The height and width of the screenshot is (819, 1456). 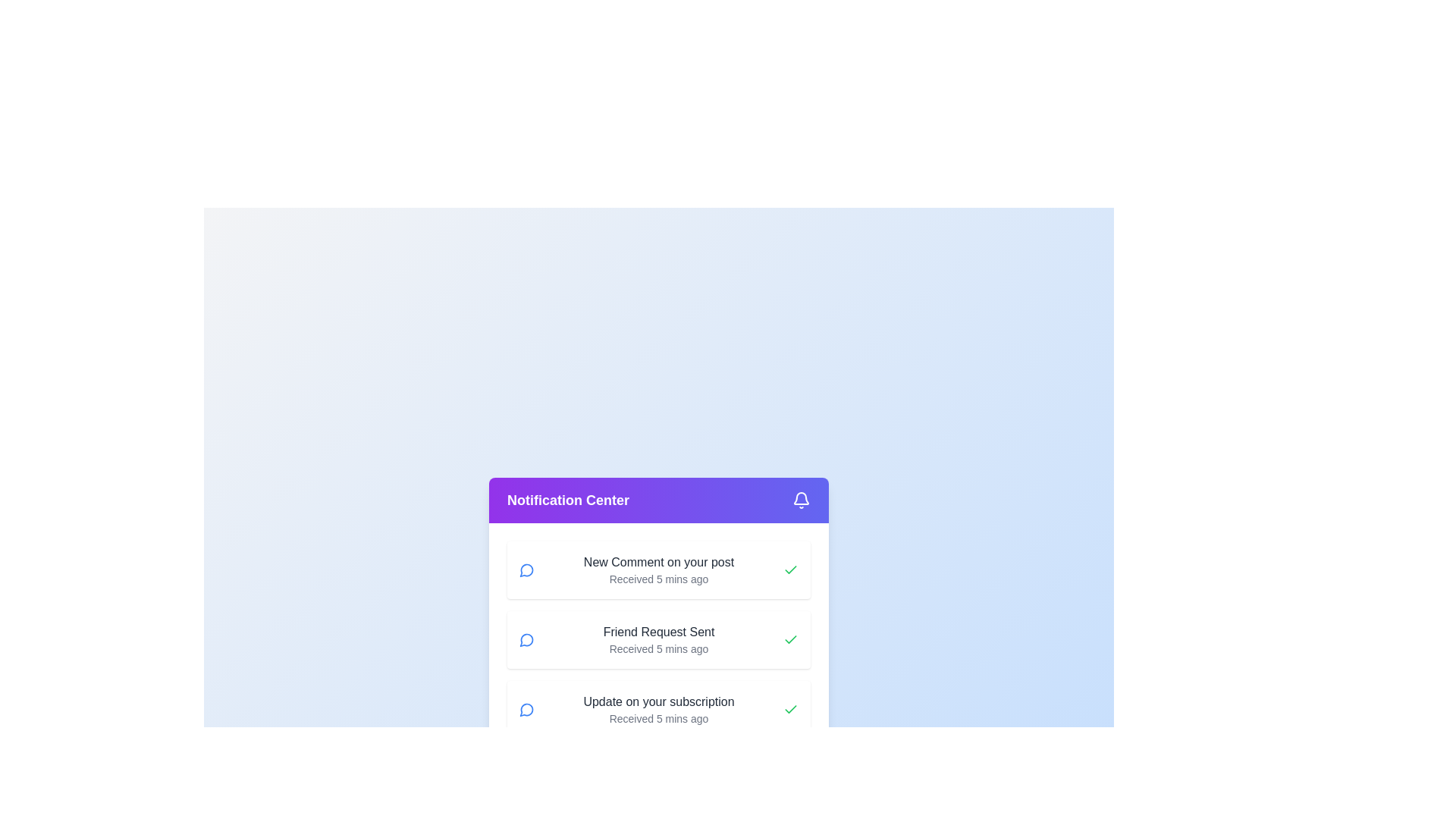 What do you see at coordinates (789, 640) in the screenshot?
I see `the small, rounded green checkmark icon within the white rectangular background, which is part of the 'Friend Request Sent' notification card` at bounding box center [789, 640].